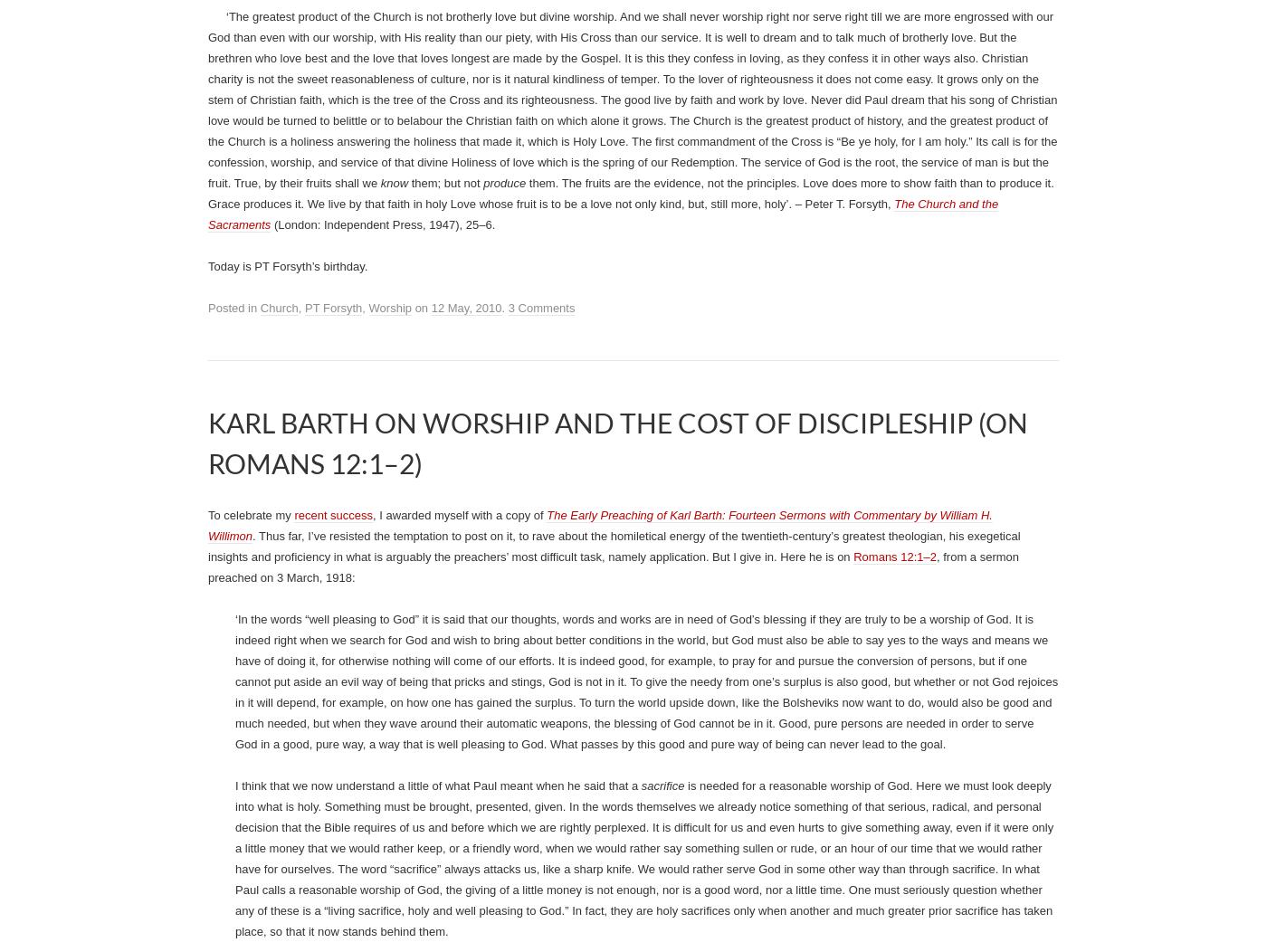 The image size is (1267, 952). What do you see at coordinates (1014, 10) in the screenshot?
I see `'].'` at bounding box center [1014, 10].